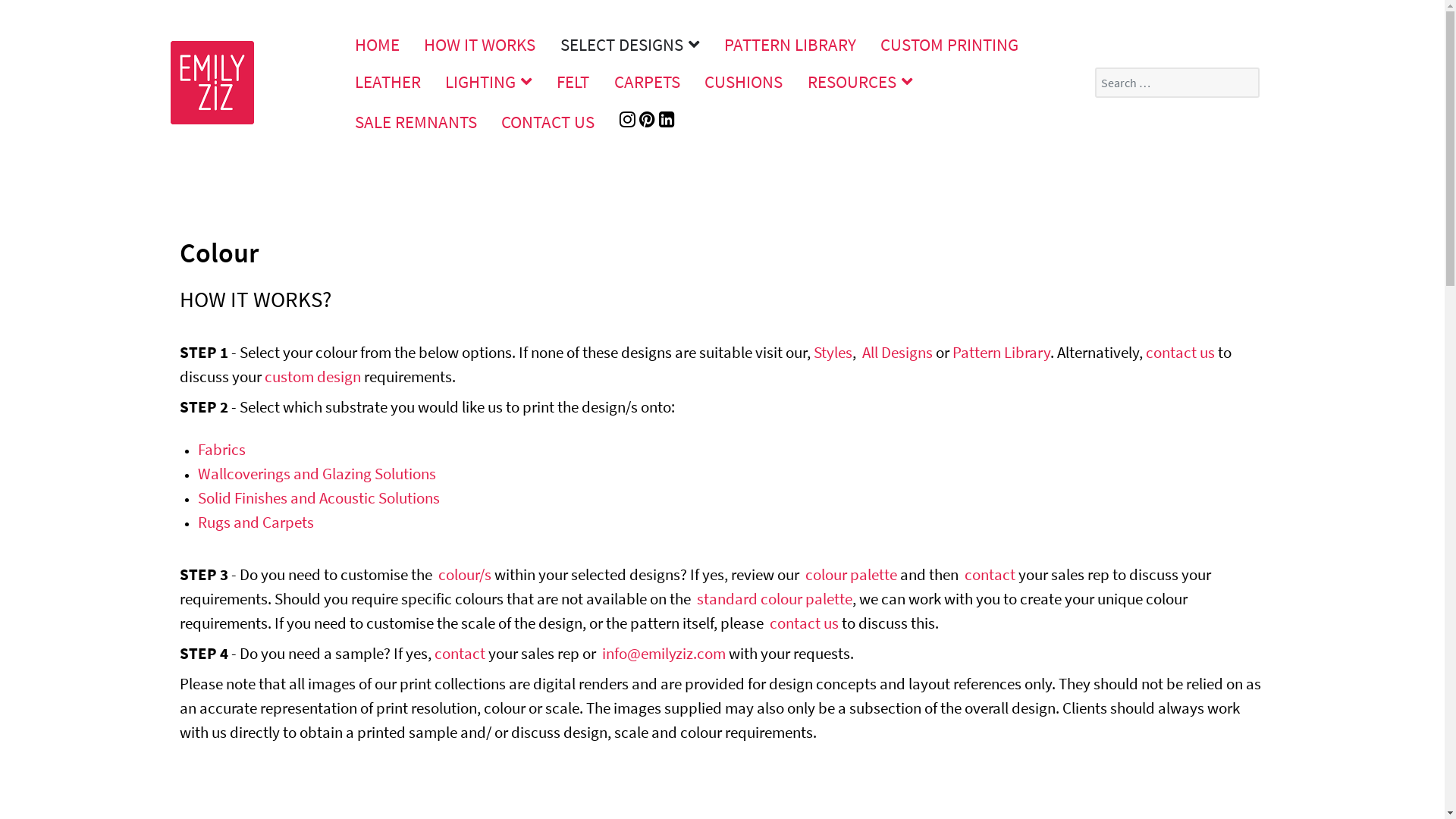 This screenshot has width=1456, height=819. What do you see at coordinates (315, 472) in the screenshot?
I see `'Wallcoverings and Glazing Solutions'` at bounding box center [315, 472].